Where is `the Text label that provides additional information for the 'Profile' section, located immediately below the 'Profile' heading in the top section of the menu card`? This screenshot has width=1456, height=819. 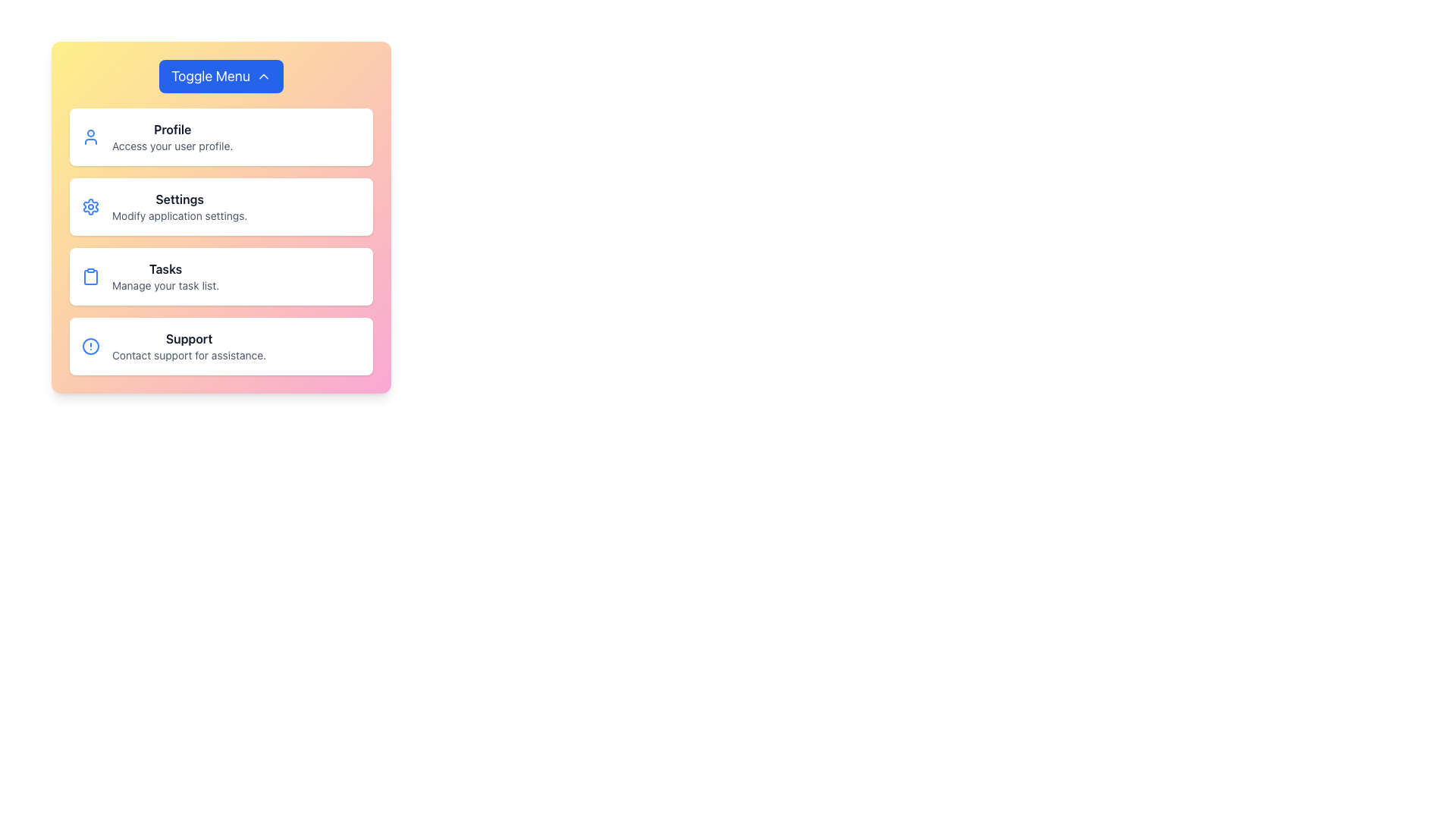 the Text label that provides additional information for the 'Profile' section, located immediately below the 'Profile' heading in the top section of the menu card is located at coordinates (172, 146).